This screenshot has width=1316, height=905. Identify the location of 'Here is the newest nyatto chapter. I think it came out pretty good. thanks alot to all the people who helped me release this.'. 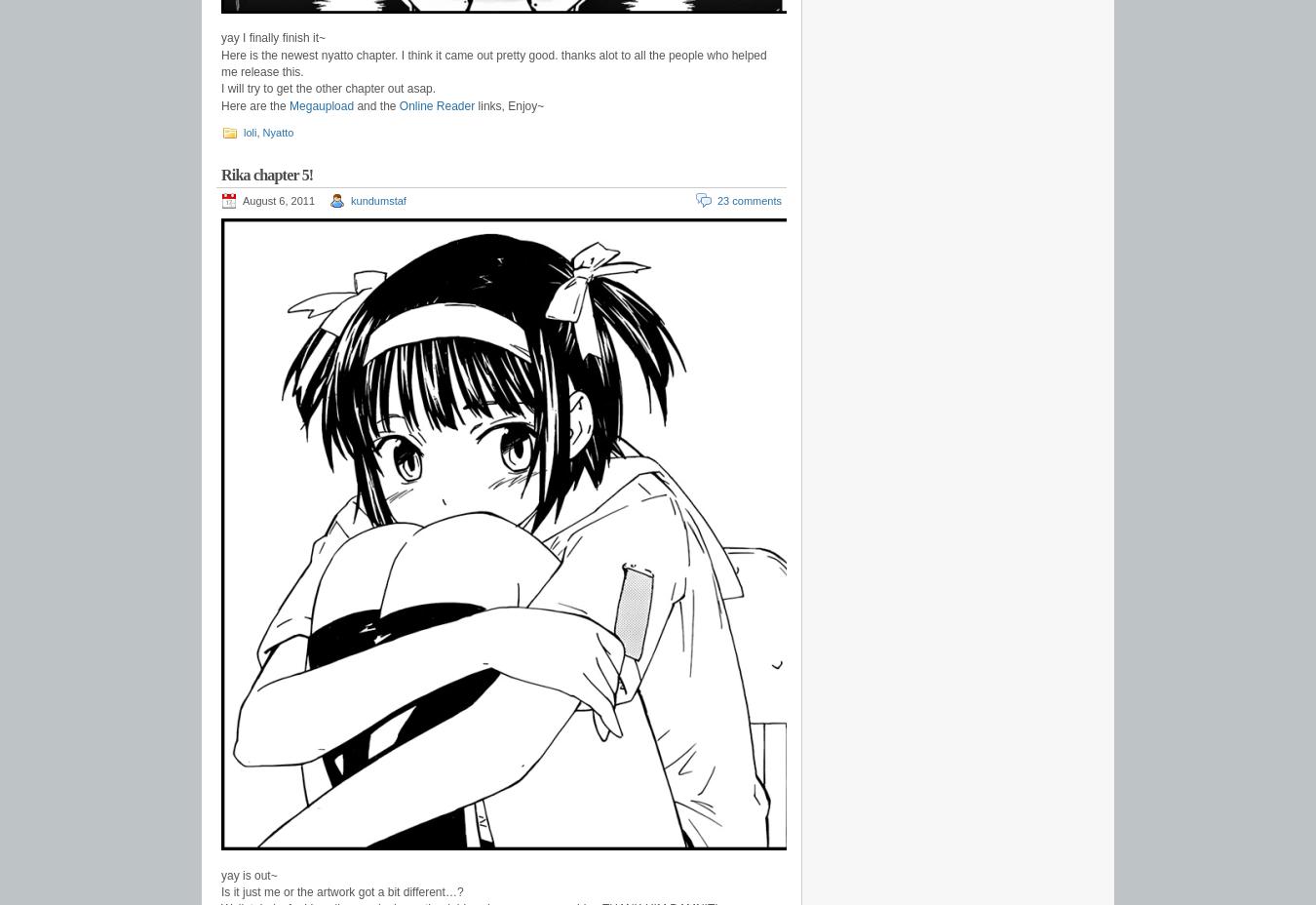
(492, 61).